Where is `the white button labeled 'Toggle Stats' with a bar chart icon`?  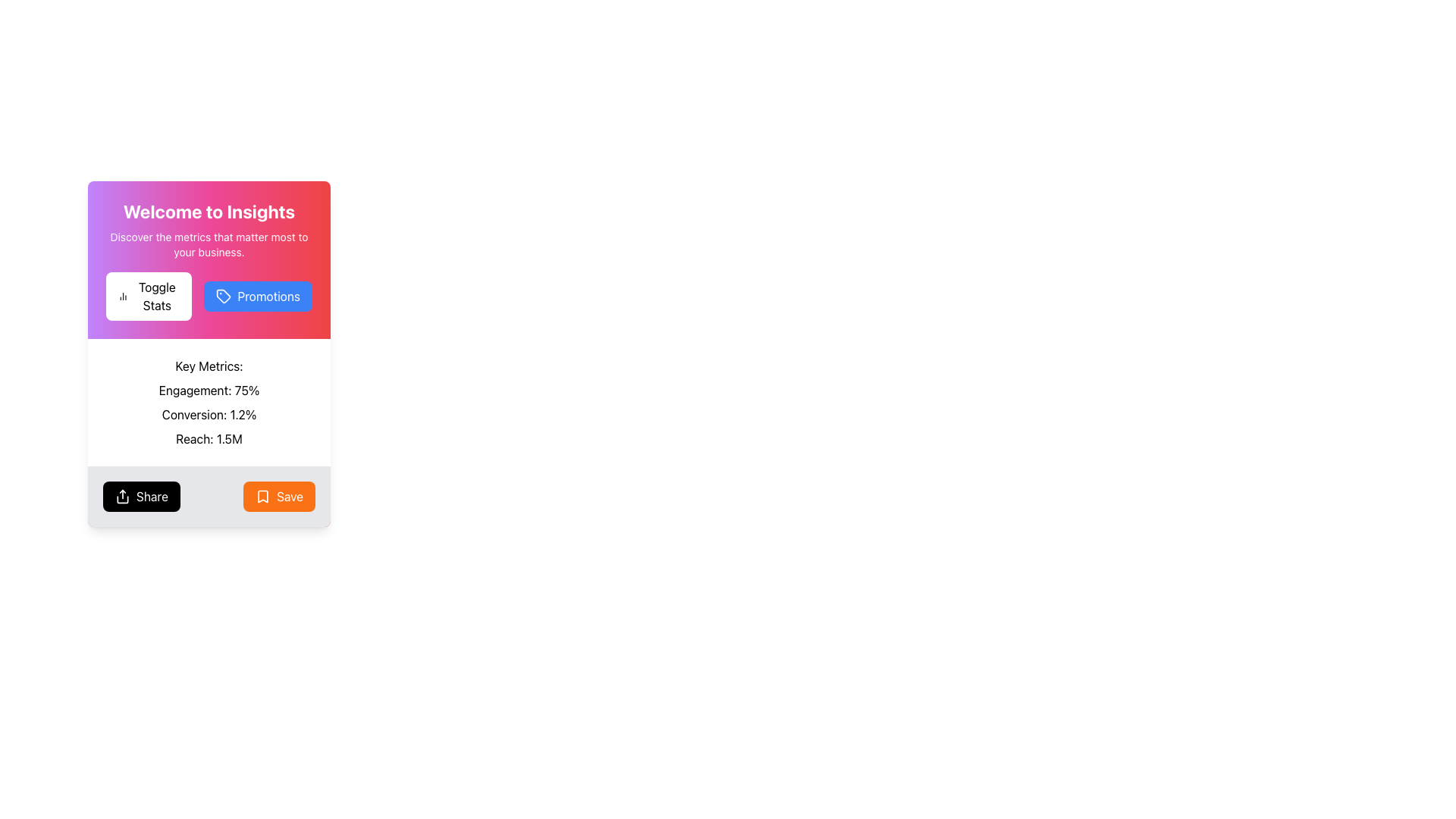 the white button labeled 'Toggle Stats' with a bar chart icon is located at coordinates (149, 296).